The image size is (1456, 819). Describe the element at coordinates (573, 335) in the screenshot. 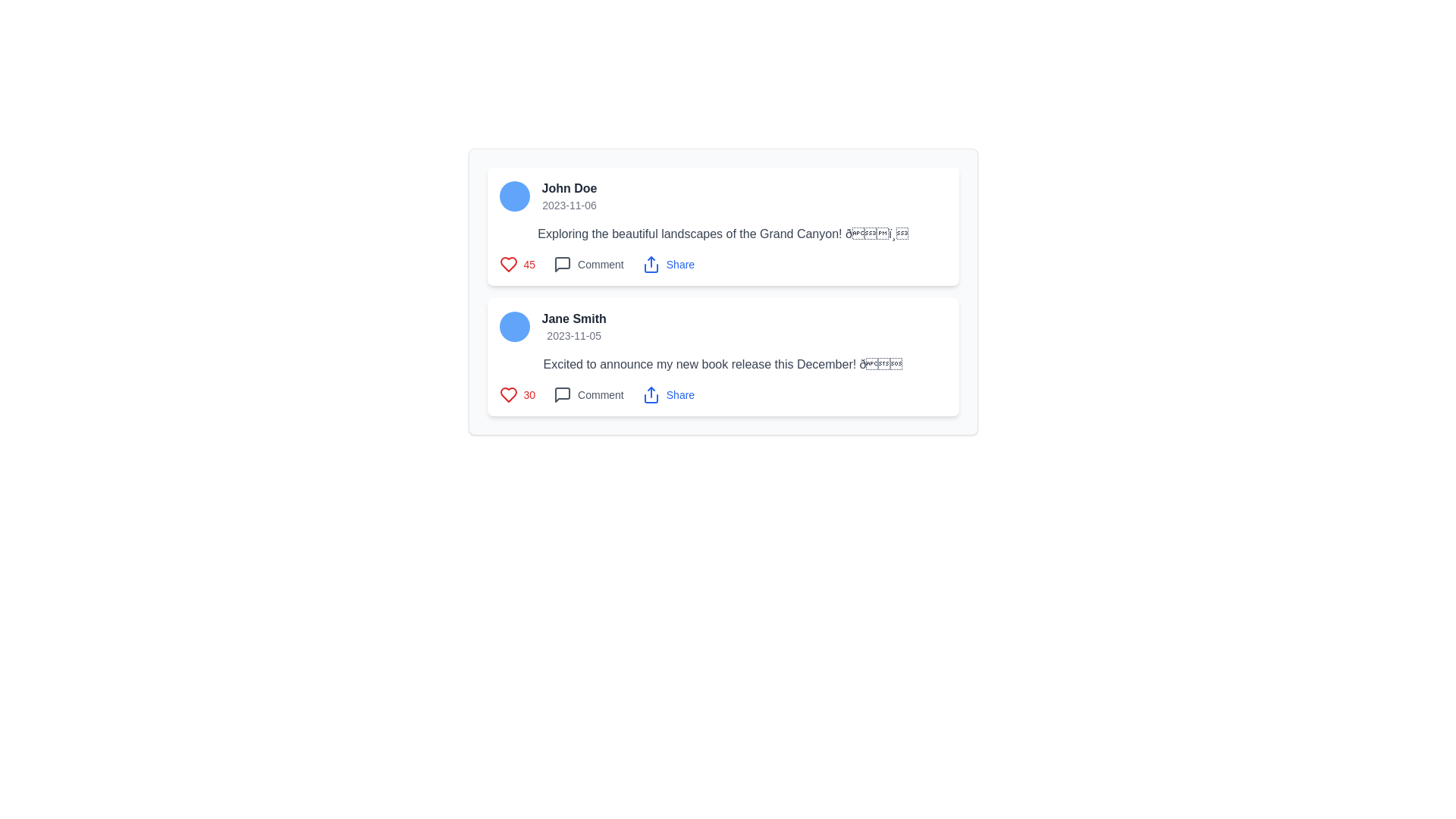

I see `the text label displaying '2023-11-05' in gray font, located beneath 'Jane Smith' in the second post of the feed interface` at that location.